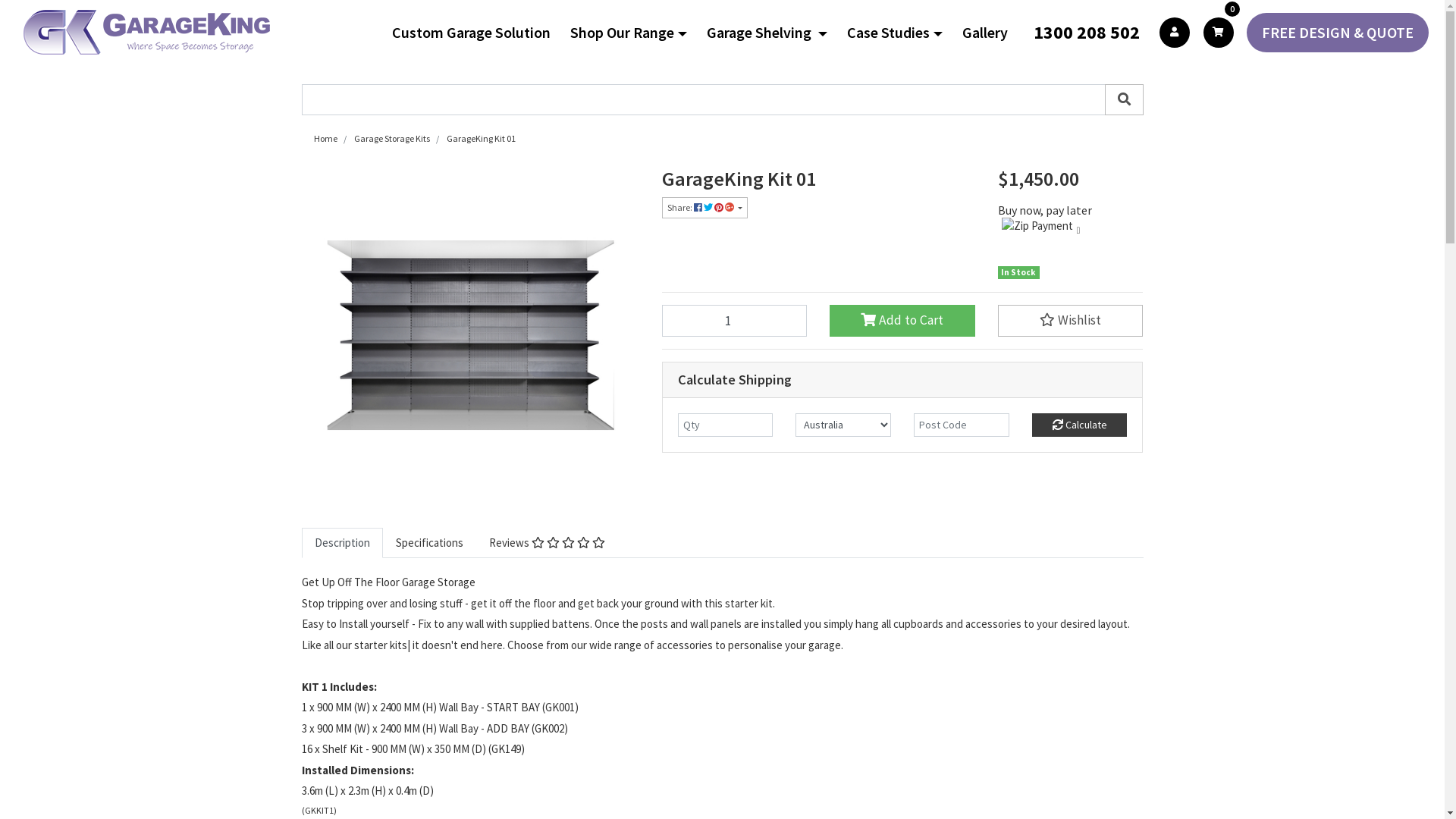 The height and width of the screenshot is (819, 1456). I want to click on 'Share:', so click(661, 207).